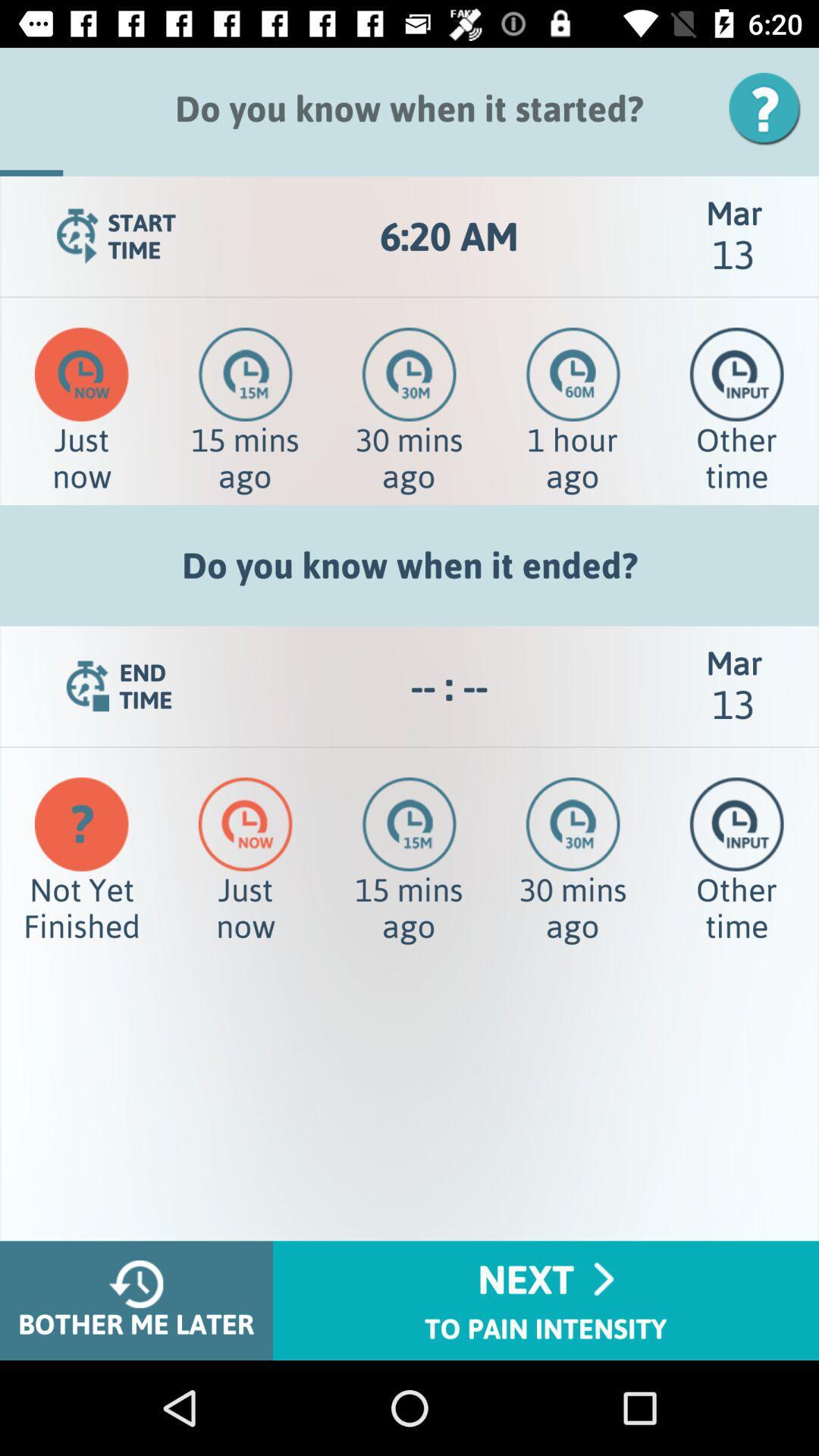  Describe the element at coordinates (448, 686) in the screenshot. I see `app next to the mar` at that location.